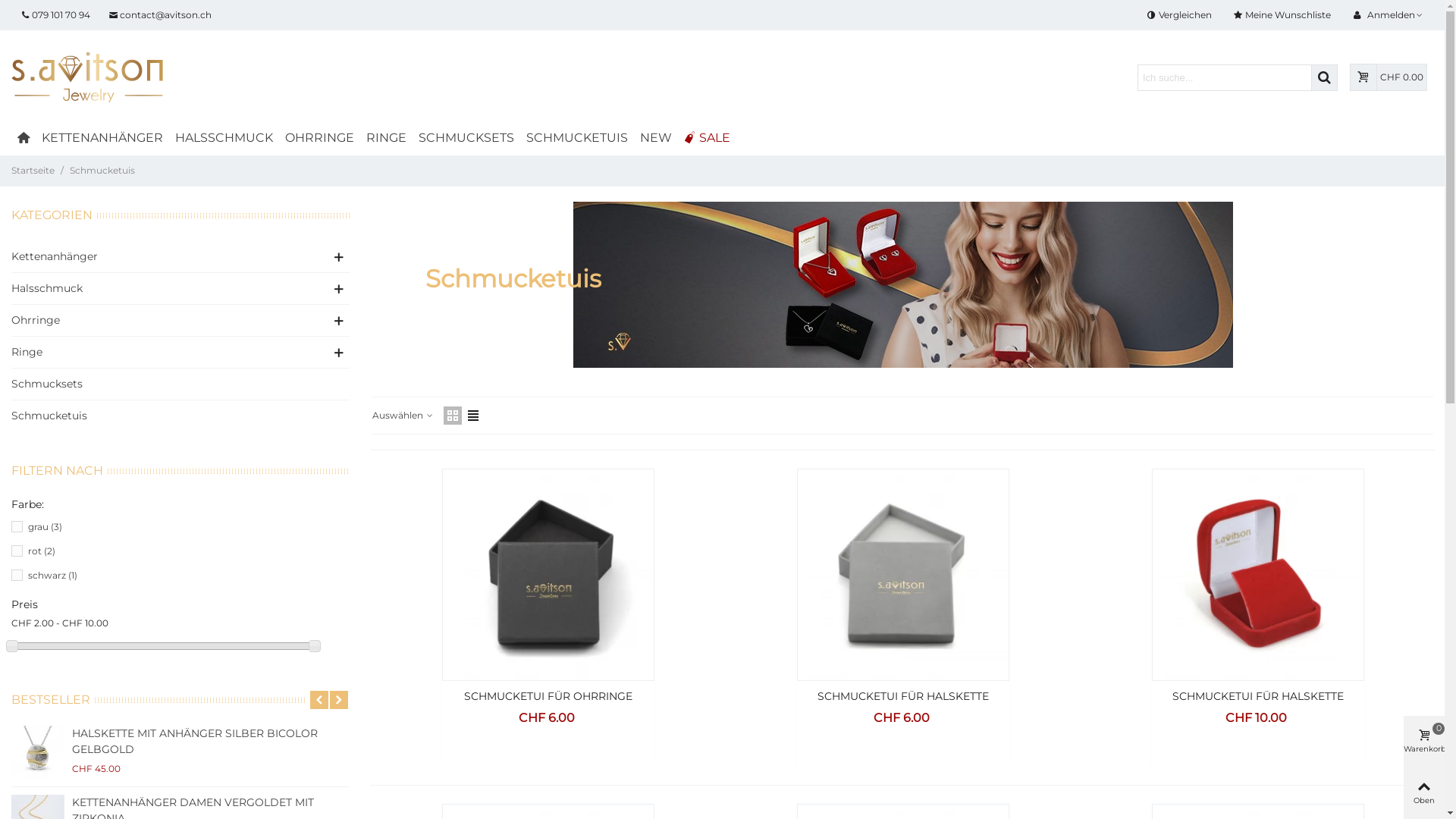 The height and width of the screenshot is (819, 1456). What do you see at coordinates (55, 14) in the screenshot?
I see `'079 101 70 94'` at bounding box center [55, 14].